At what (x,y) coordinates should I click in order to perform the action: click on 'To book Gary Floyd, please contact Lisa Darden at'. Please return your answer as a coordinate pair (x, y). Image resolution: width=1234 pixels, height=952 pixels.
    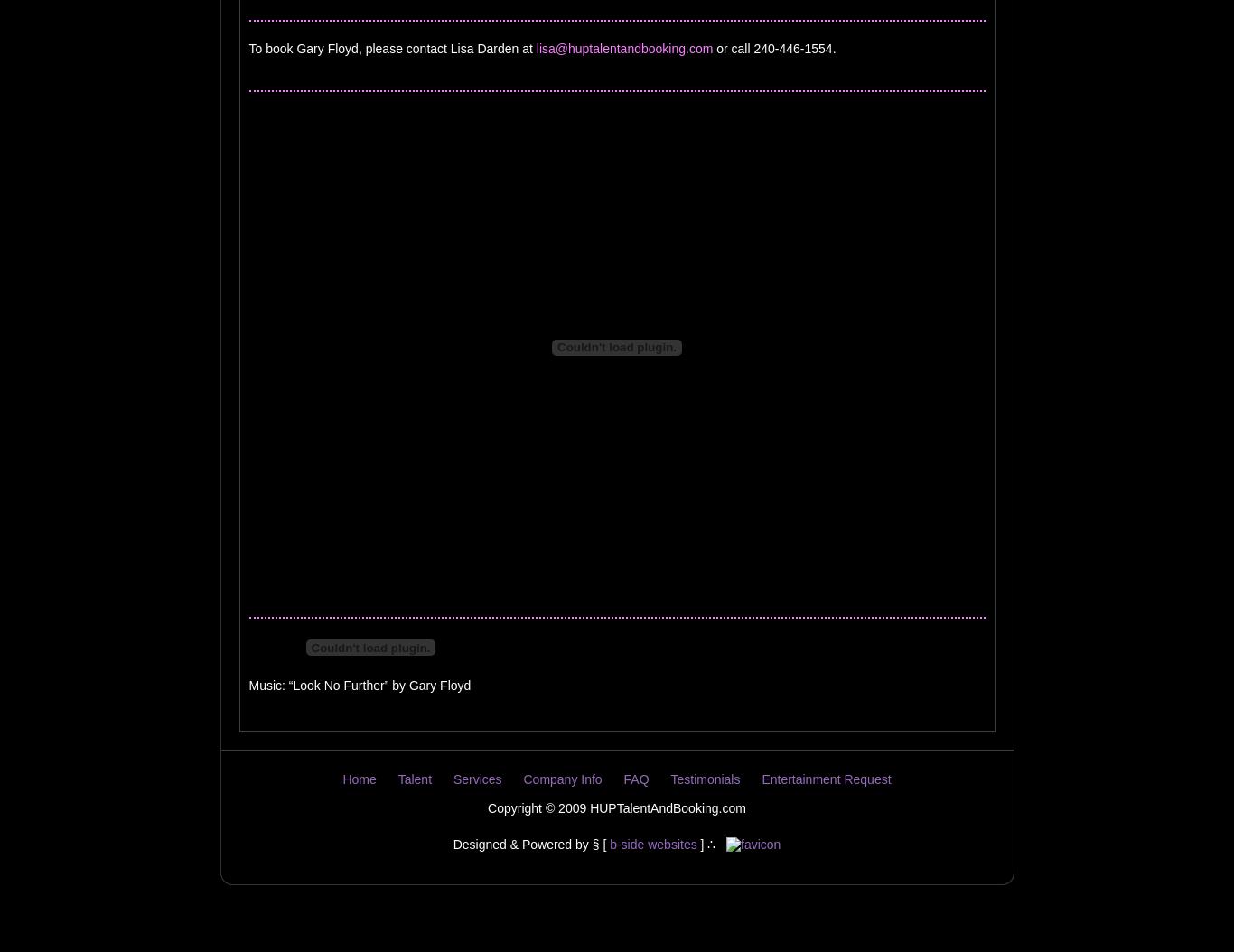
    Looking at the image, I should click on (390, 48).